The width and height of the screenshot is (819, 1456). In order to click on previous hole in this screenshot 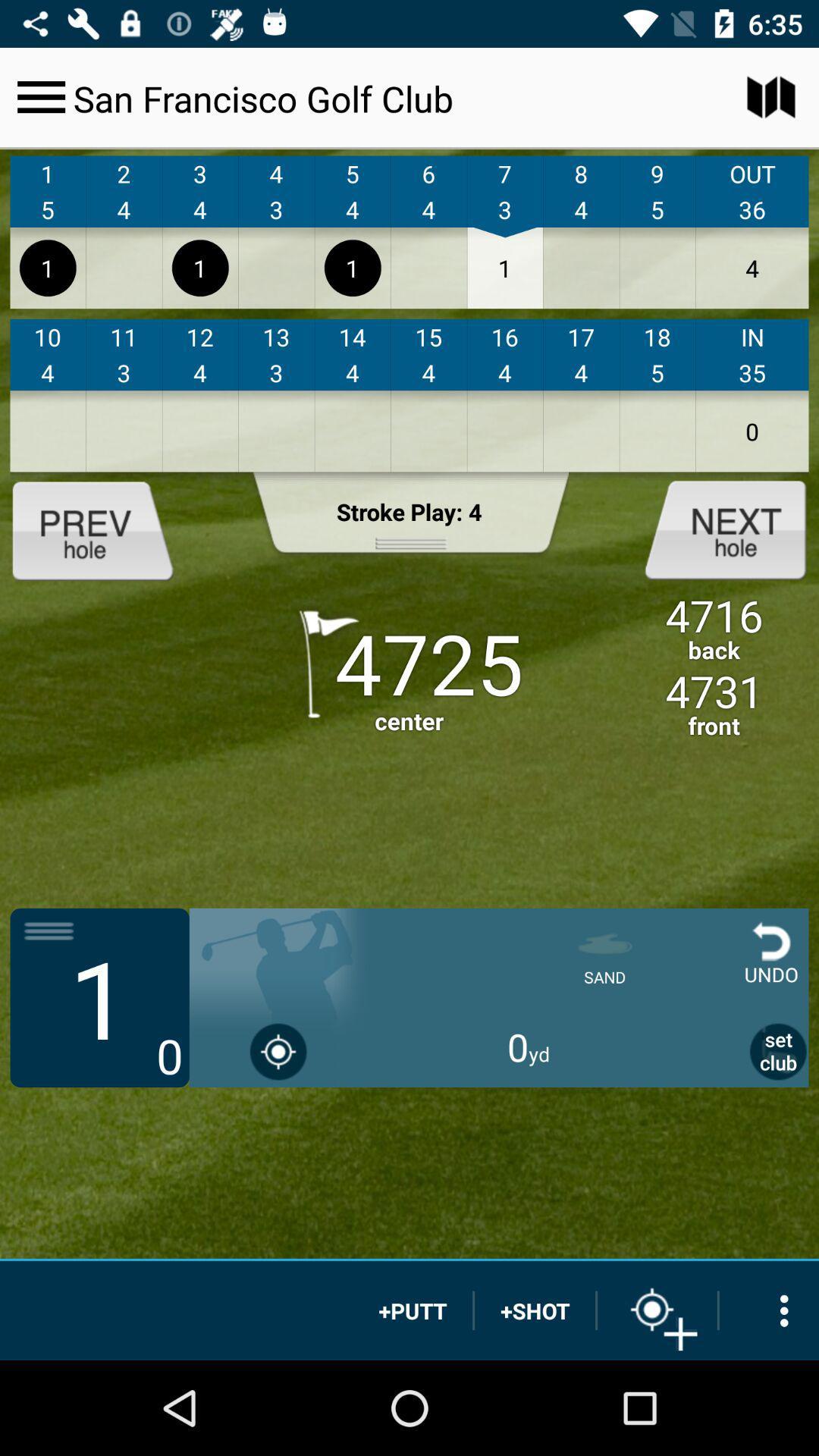, I will do `click(105, 529)`.